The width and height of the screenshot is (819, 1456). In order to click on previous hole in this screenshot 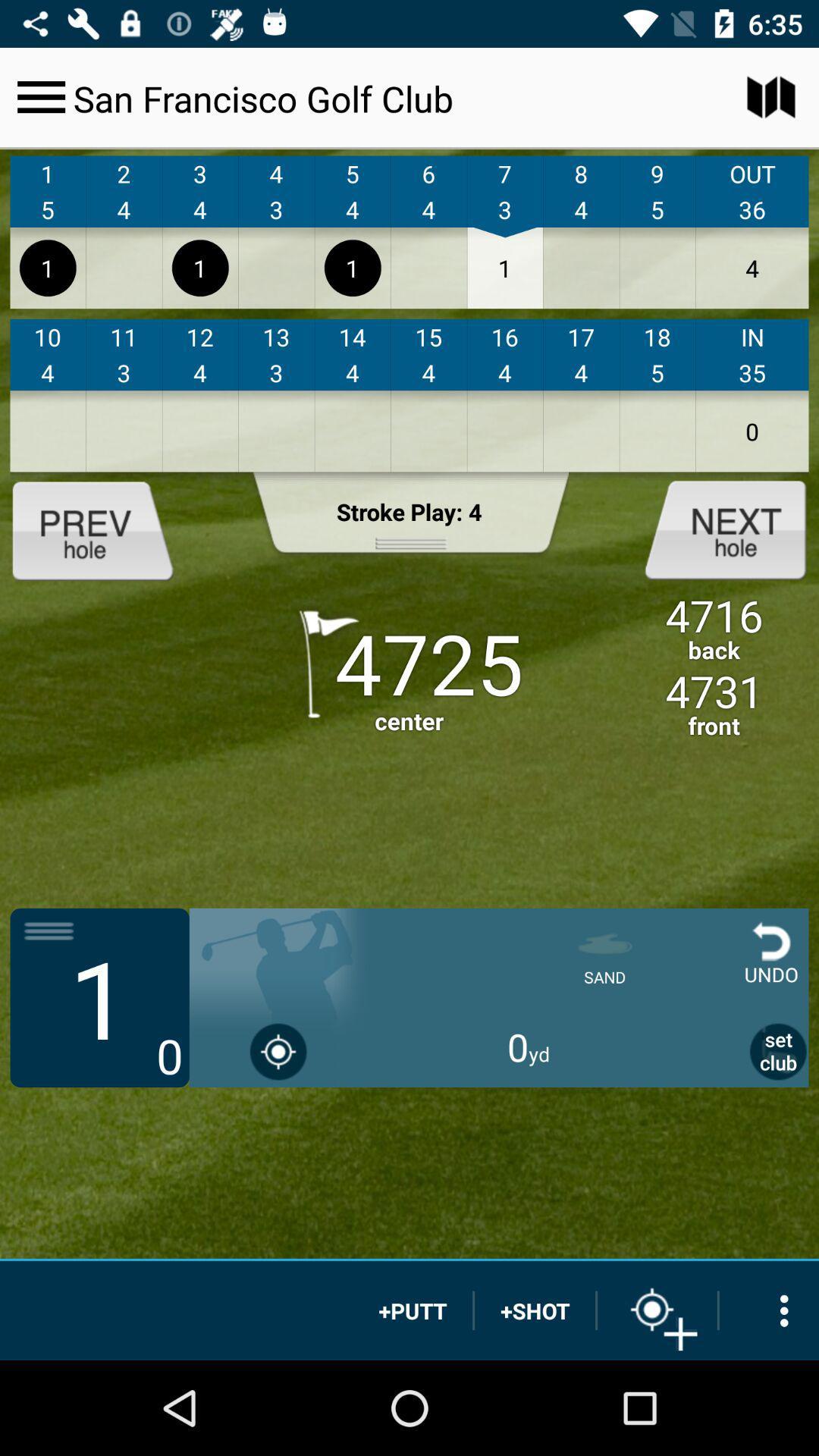, I will do `click(105, 529)`.